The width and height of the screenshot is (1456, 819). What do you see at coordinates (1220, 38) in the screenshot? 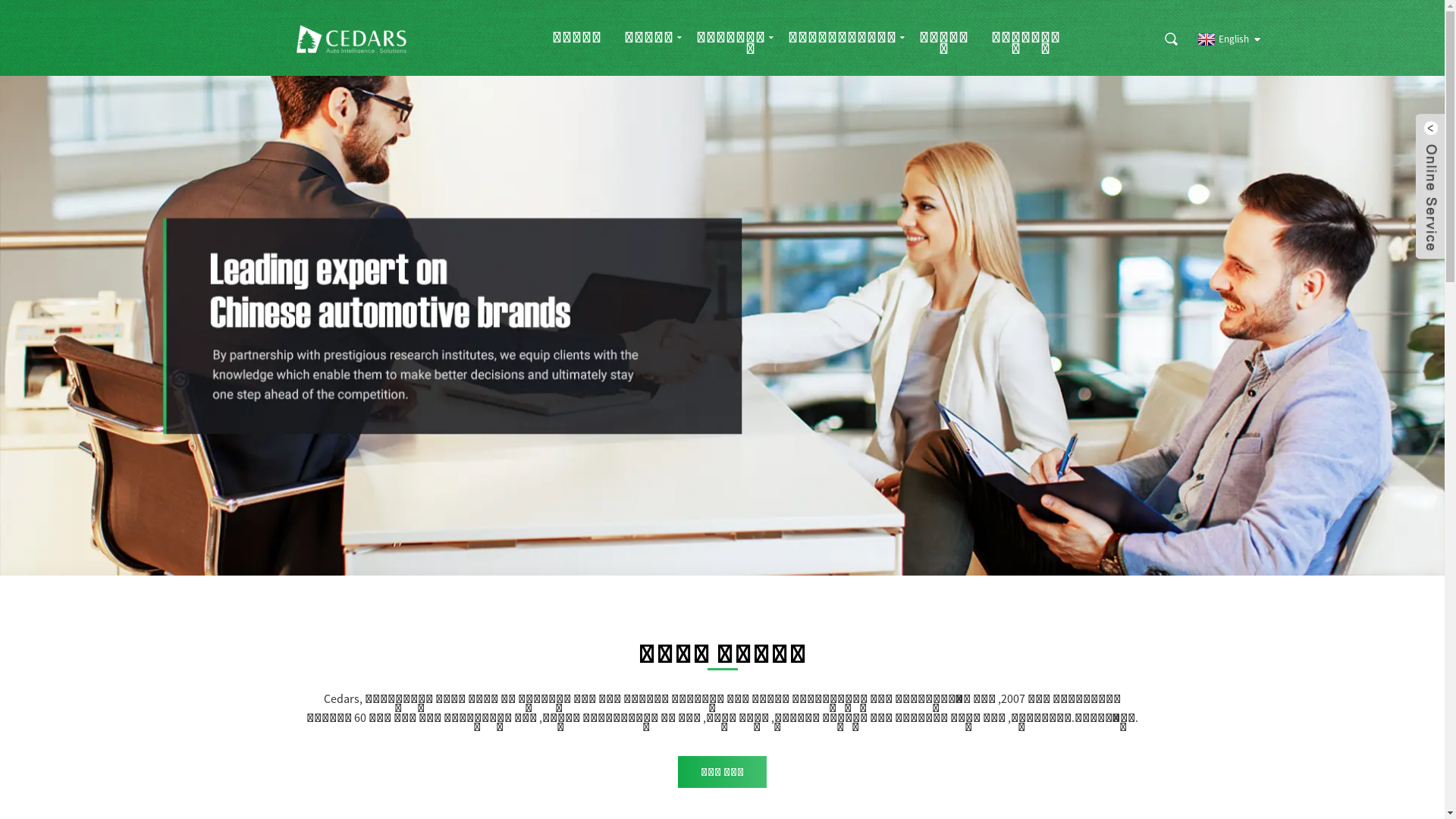
I see `'English'` at bounding box center [1220, 38].